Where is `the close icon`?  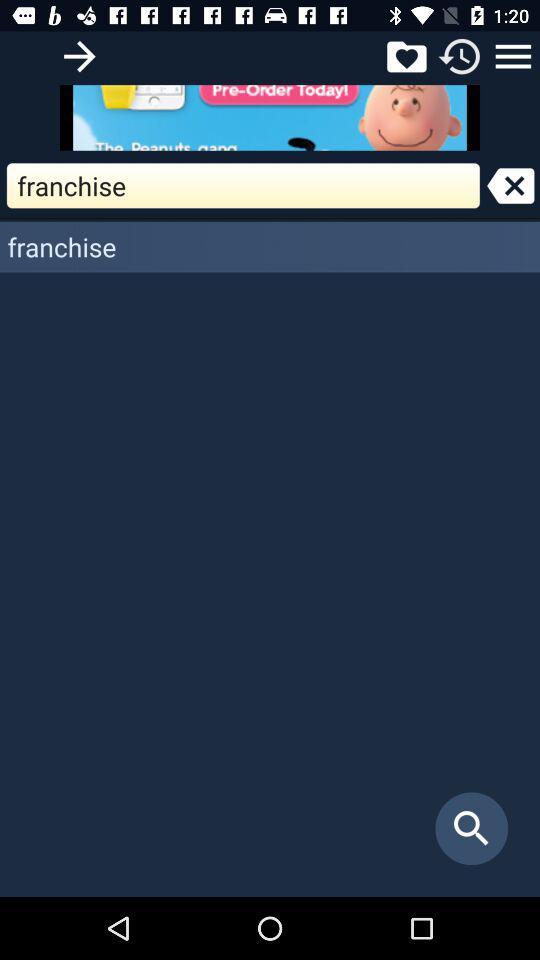 the close icon is located at coordinates (510, 185).